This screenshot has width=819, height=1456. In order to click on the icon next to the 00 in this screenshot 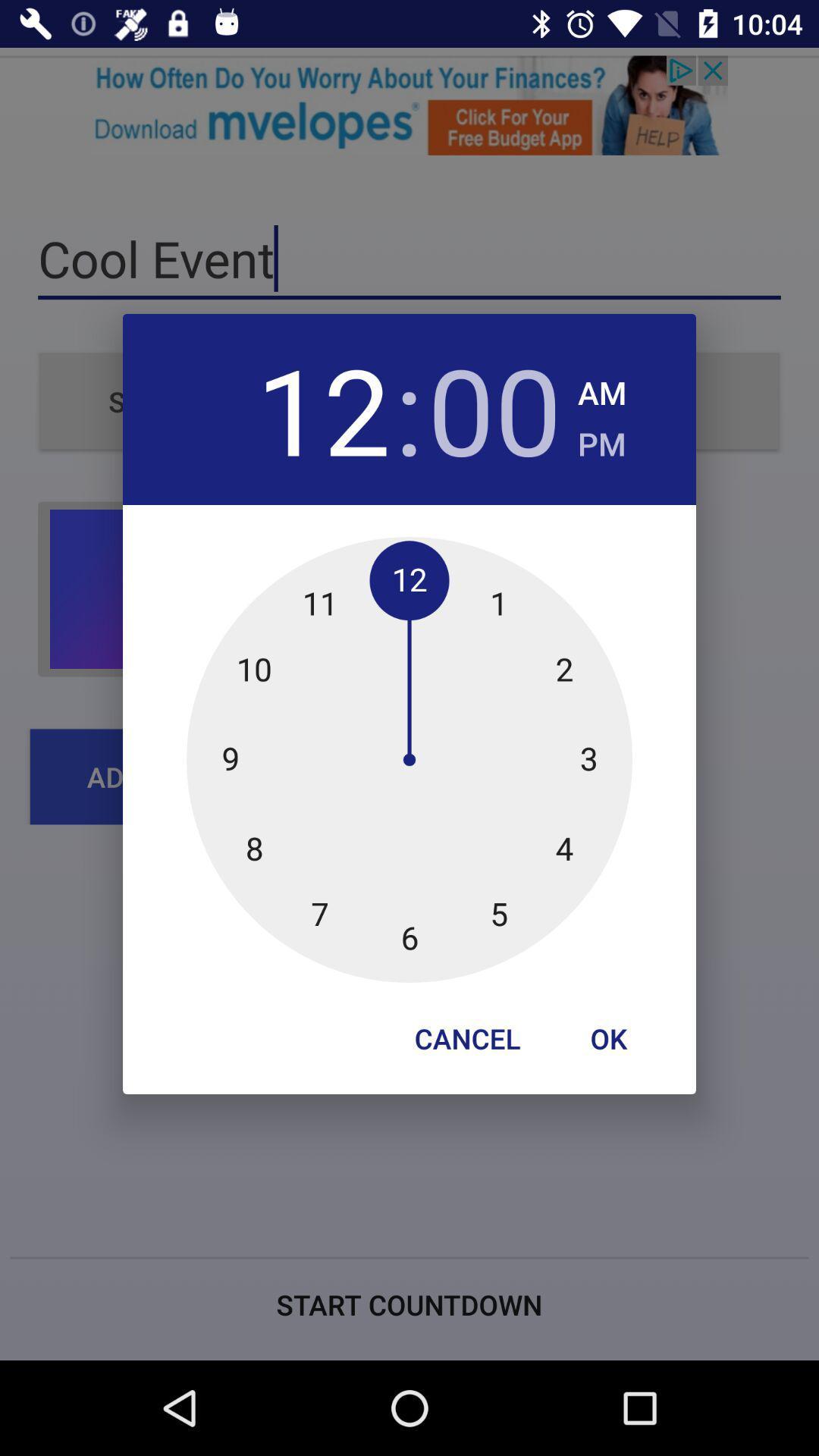, I will do `click(601, 438)`.